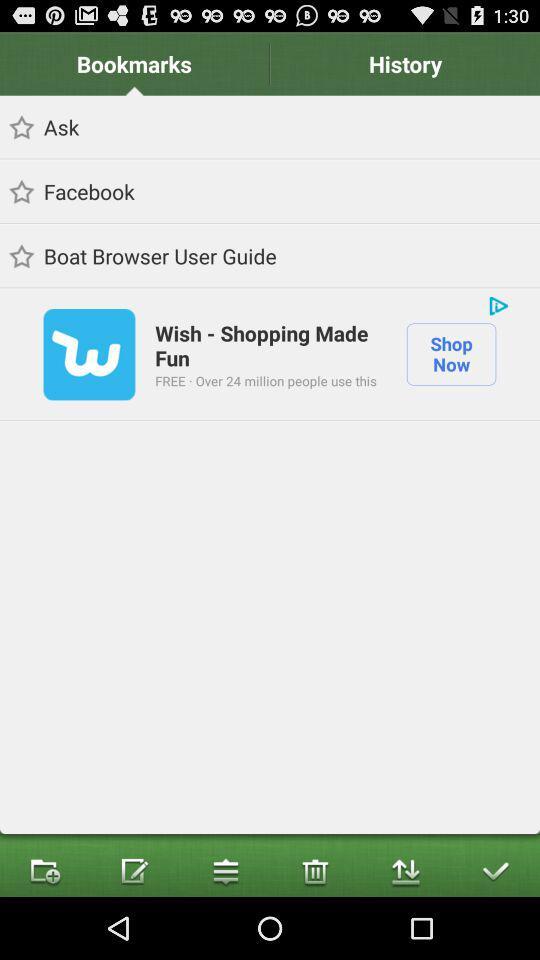 This screenshot has width=540, height=960. What do you see at coordinates (88, 354) in the screenshot?
I see `icon to the left of wish shopping made icon` at bounding box center [88, 354].